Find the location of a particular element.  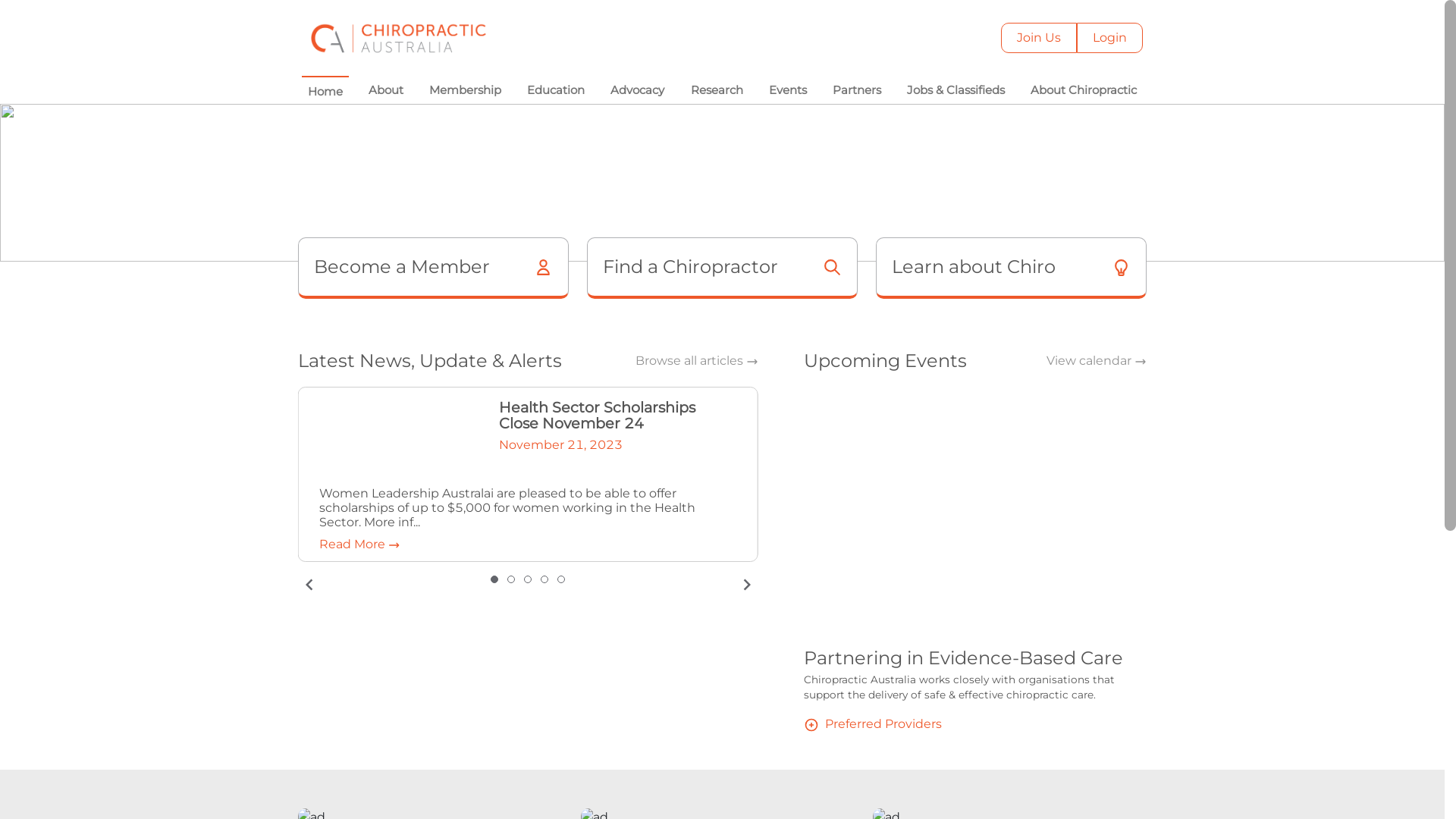

'Read More' is located at coordinates (318, 543).